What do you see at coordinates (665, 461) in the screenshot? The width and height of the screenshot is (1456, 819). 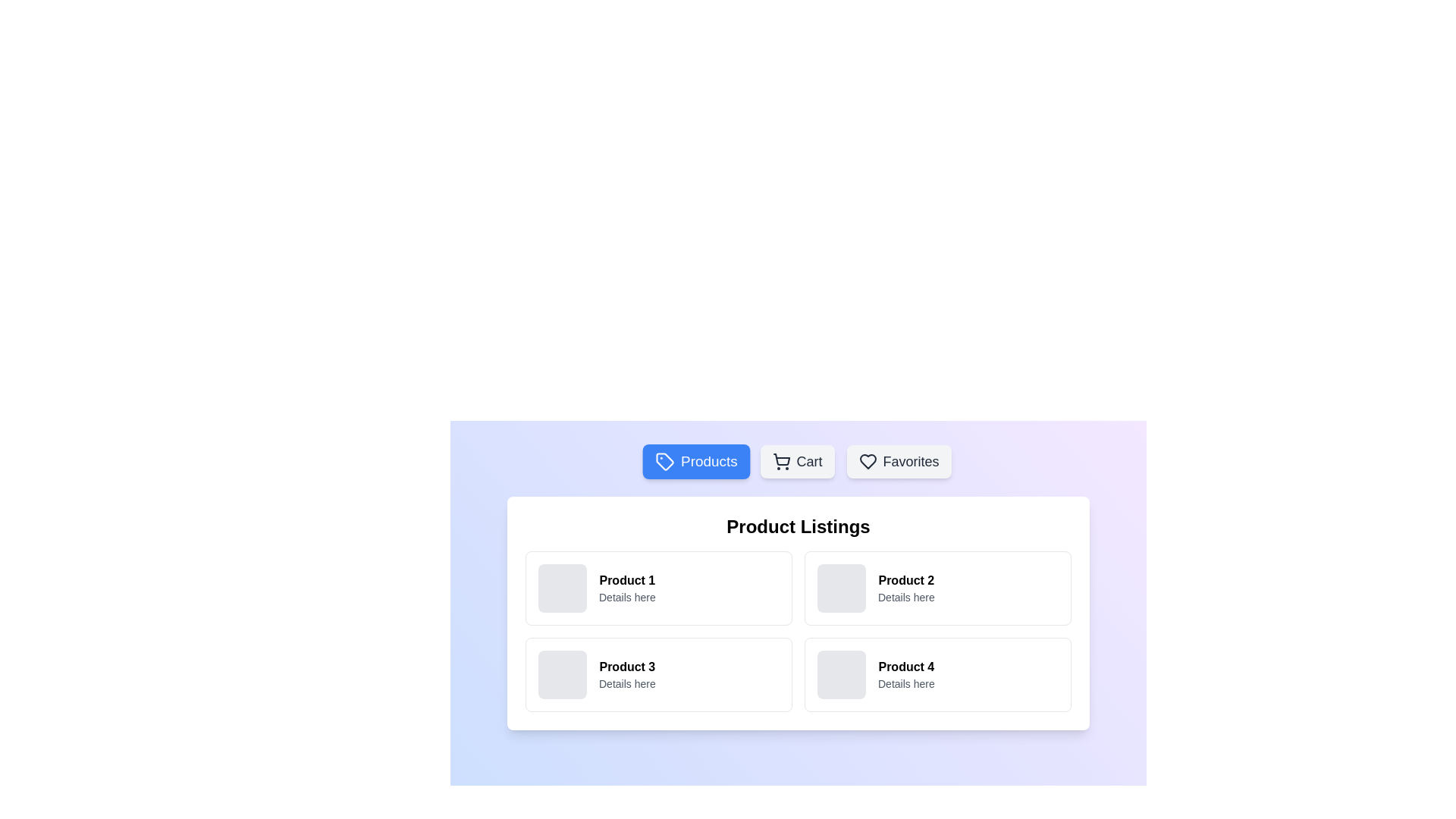 I see `the graphic icon resembling a tag design, which is part of the 'Products' navigation group` at bounding box center [665, 461].